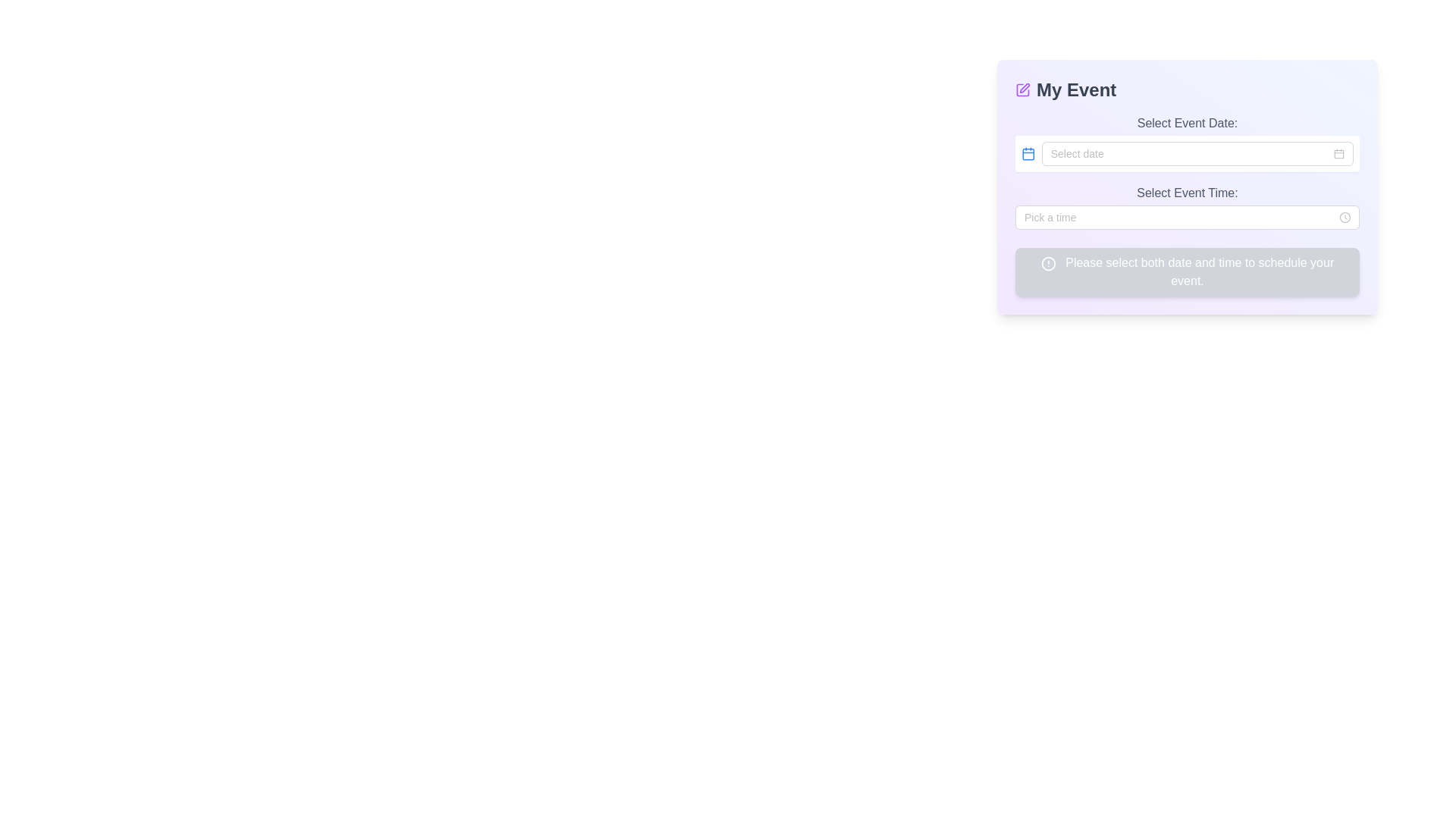 This screenshot has width=1456, height=819. What do you see at coordinates (1028, 154) in the screenshot?
I see `the decorative graphical element within the blue calendar icon, which indicates a click area for date selection, located to the left of the 'Select date' input field in the 'My Event' form` at bounding box center [1028, 154].